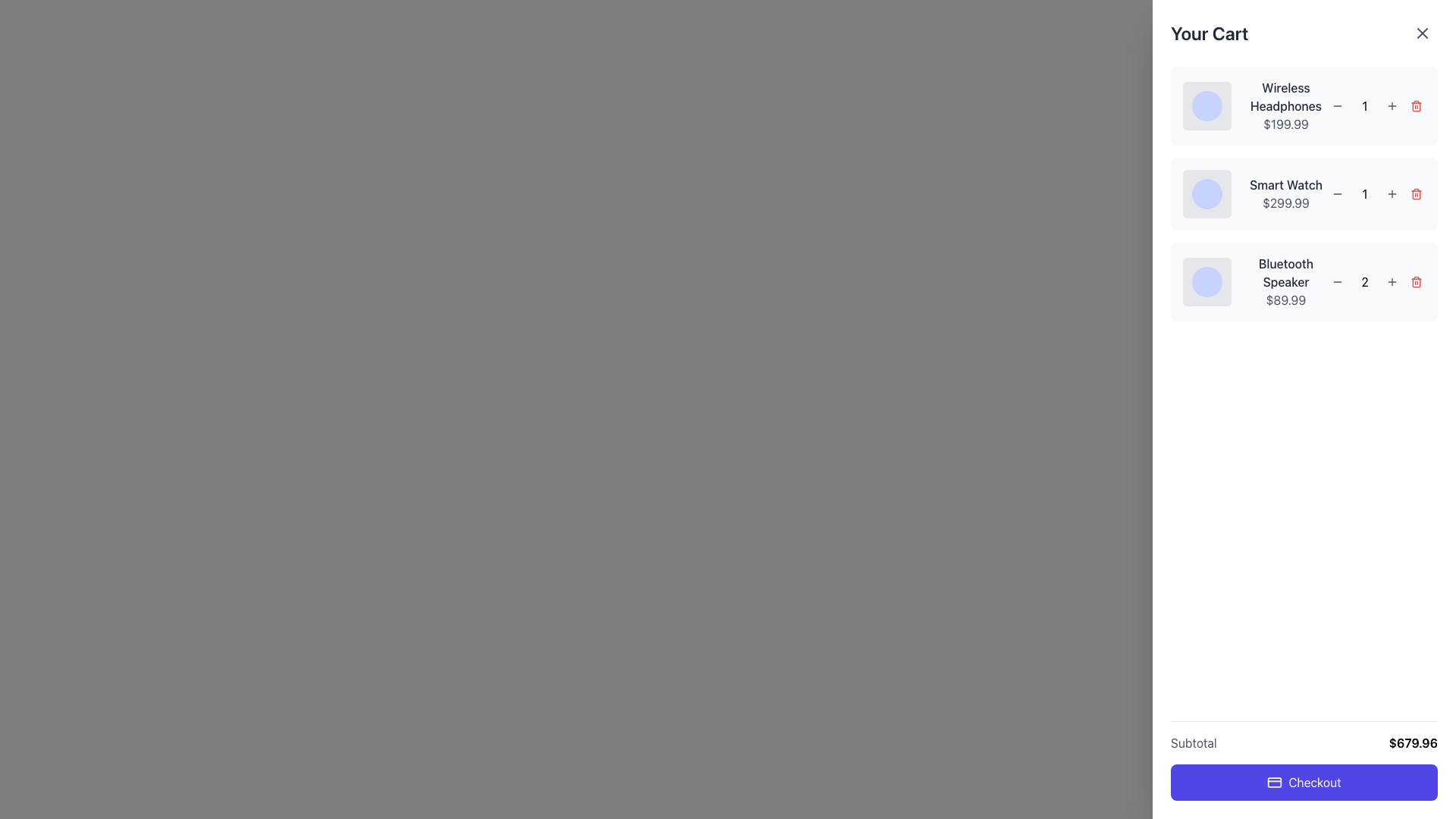  Describe the element at coordinates (1415, 281) in the screenshot. I see `the remove icon located at the far right side of the Bluetooth Speaker item in the cart` at that location.